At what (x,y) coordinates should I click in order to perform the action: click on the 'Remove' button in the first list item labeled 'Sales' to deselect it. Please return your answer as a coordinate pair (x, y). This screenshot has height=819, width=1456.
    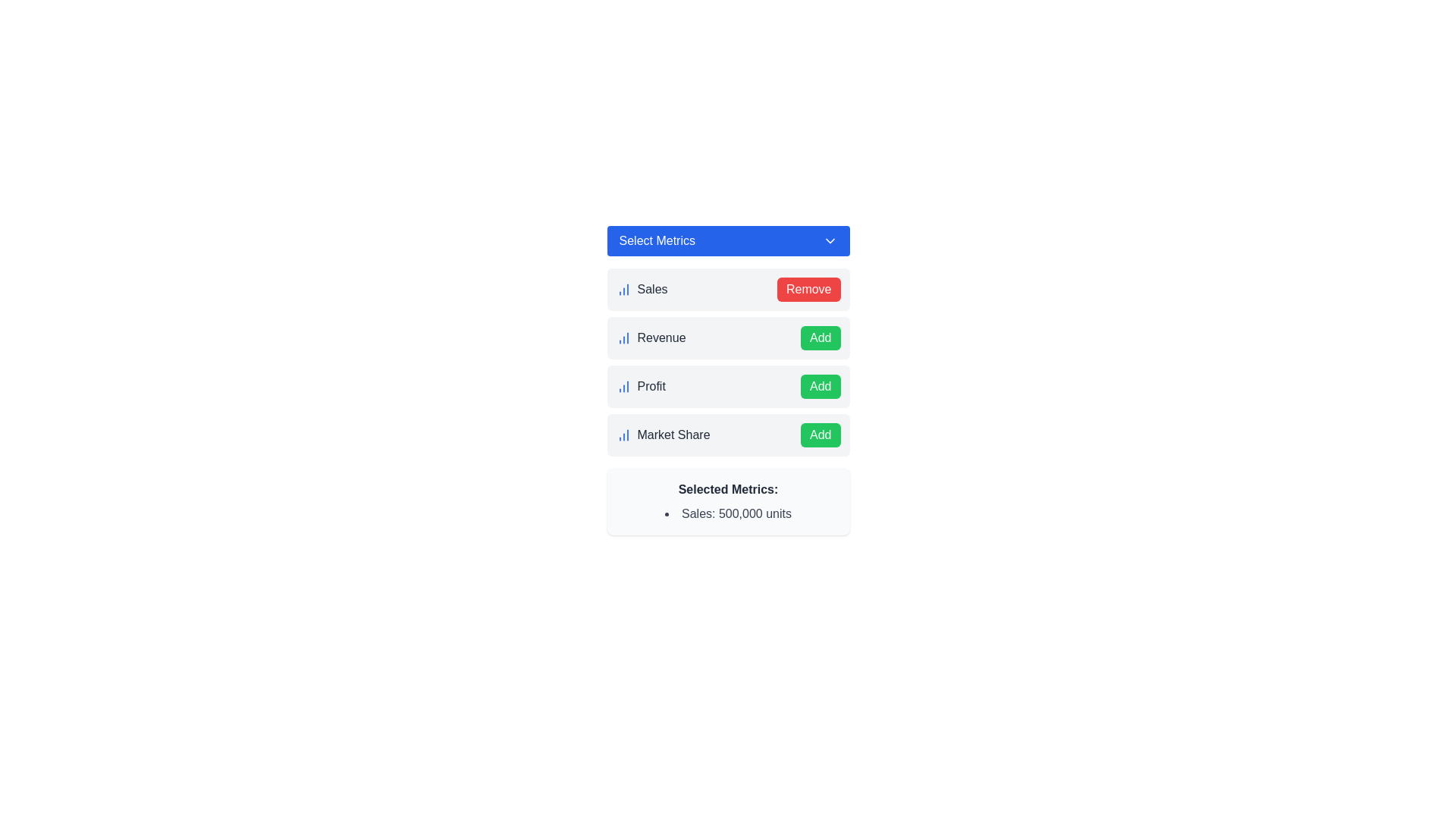
    Looking at the image, I should click on (728, 289).